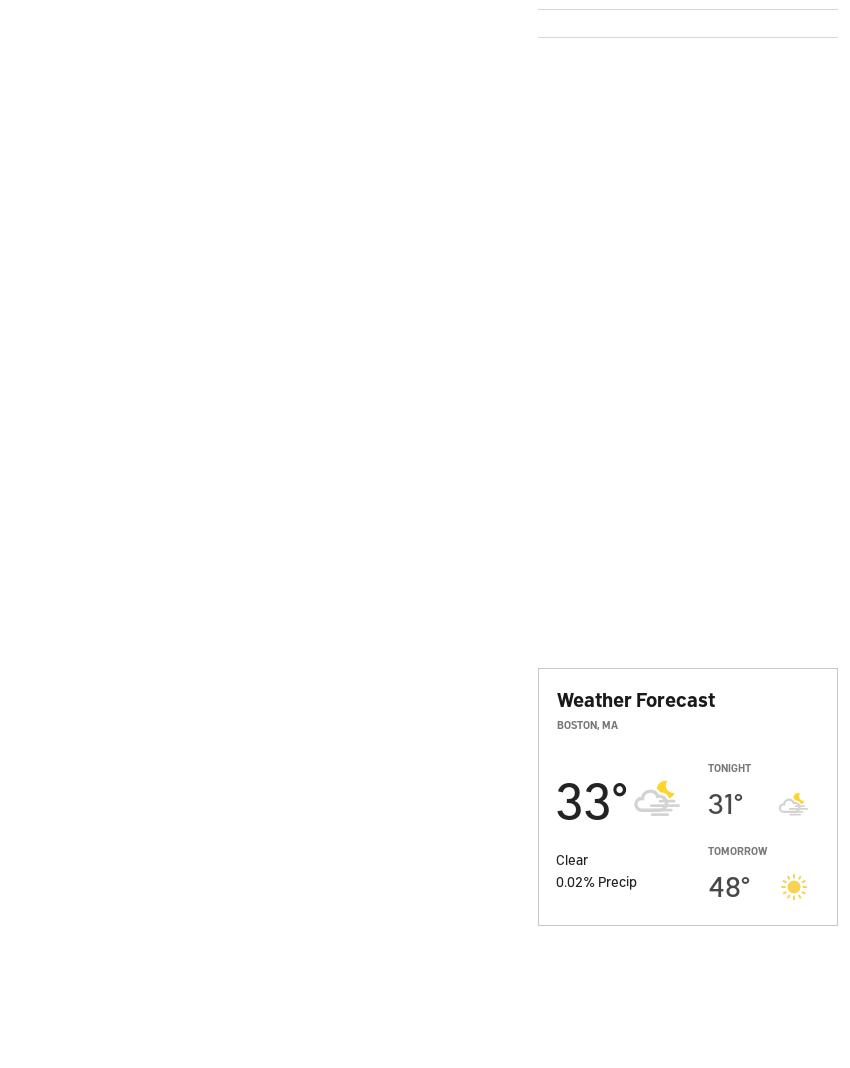 The height and width of the screenshot is (1068, 850). What do you see at coordinates (634, 699) in the screenshot?
I see `'Weather Forecast'` at bounding box center [634, 699].